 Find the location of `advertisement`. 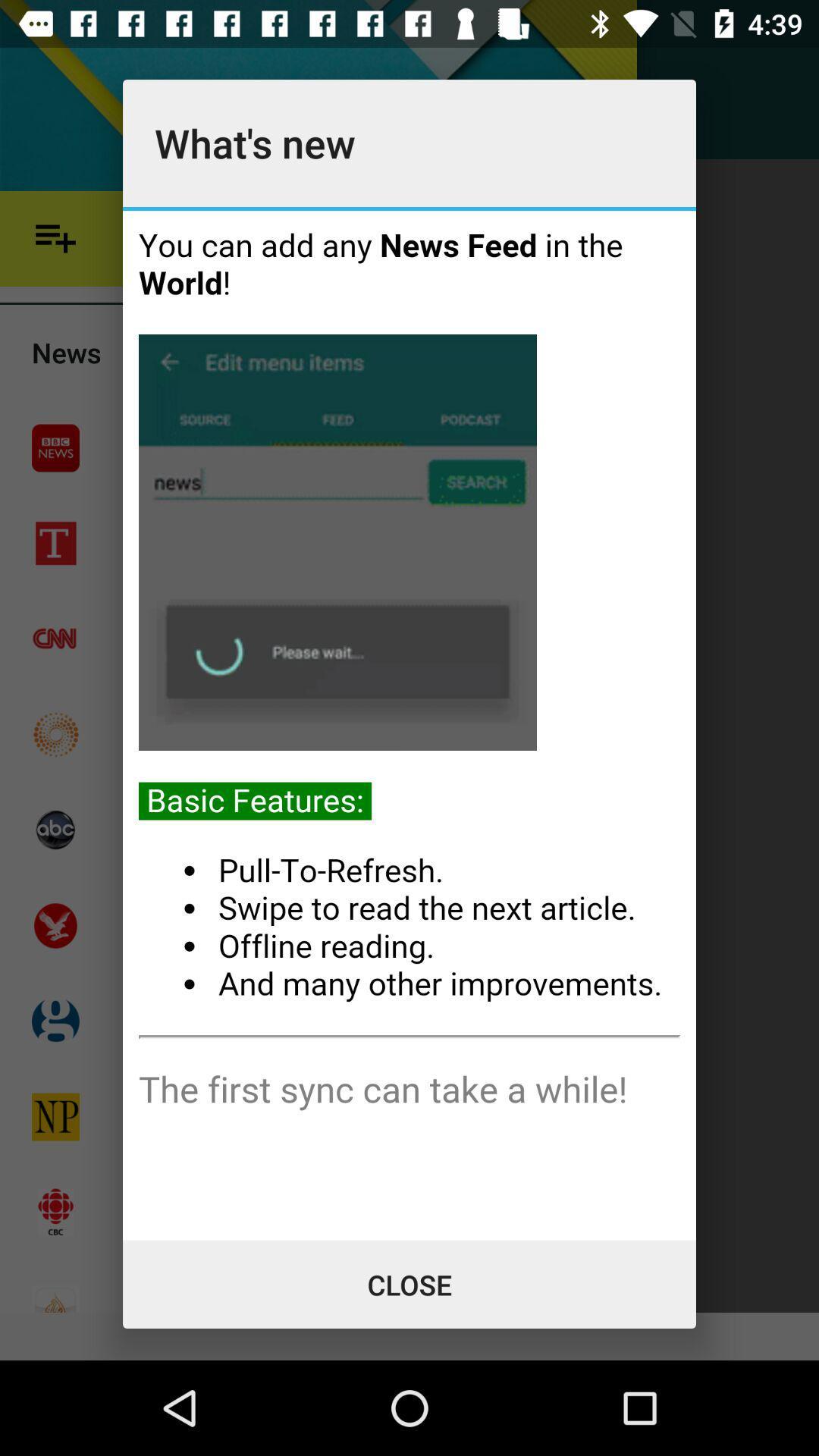

advertisement is located at coordinates (409, 724).